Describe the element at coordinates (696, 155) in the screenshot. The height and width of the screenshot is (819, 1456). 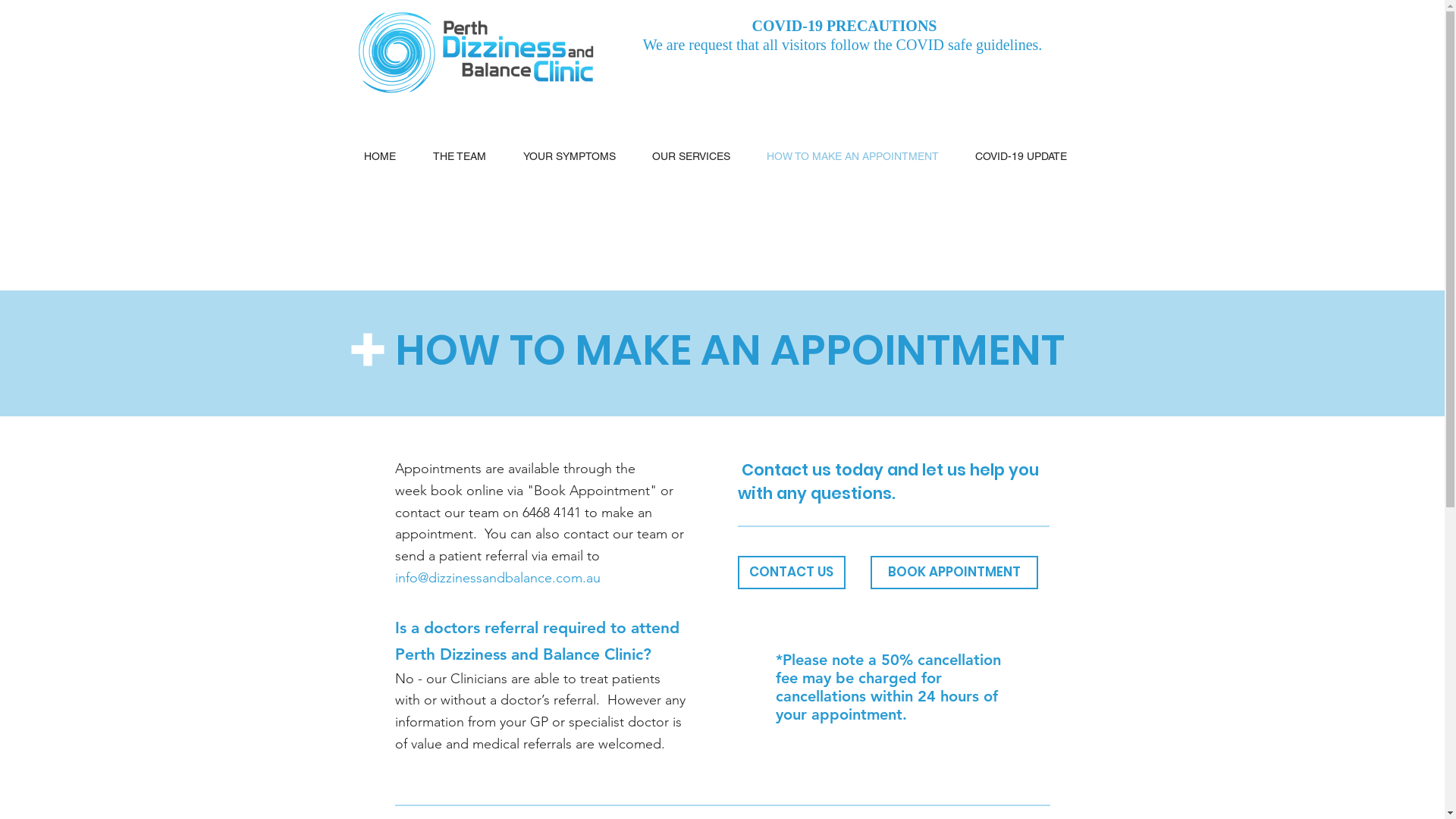
I see `'OUR SERVICES'` at that location.